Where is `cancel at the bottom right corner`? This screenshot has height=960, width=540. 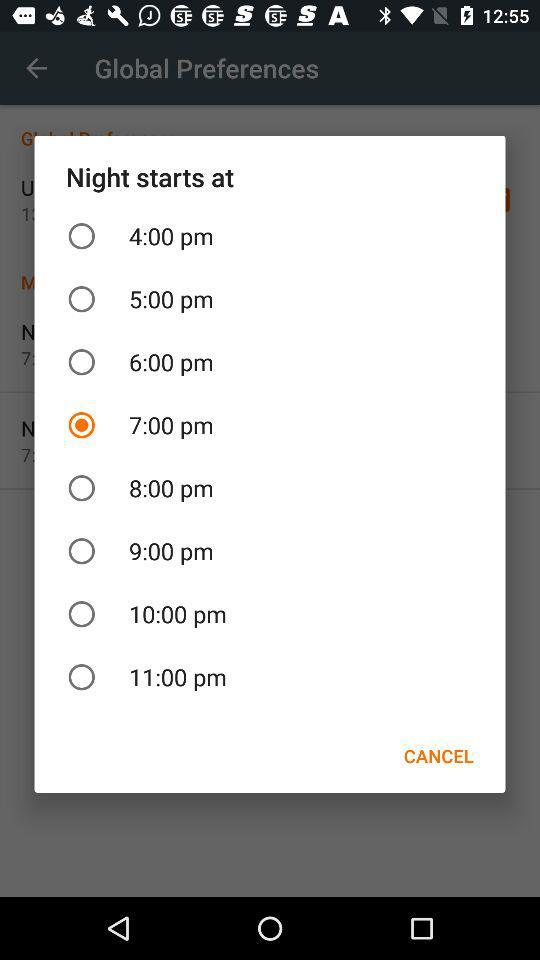 cancel at the bottom right corner is located at coordinates (437, 755).